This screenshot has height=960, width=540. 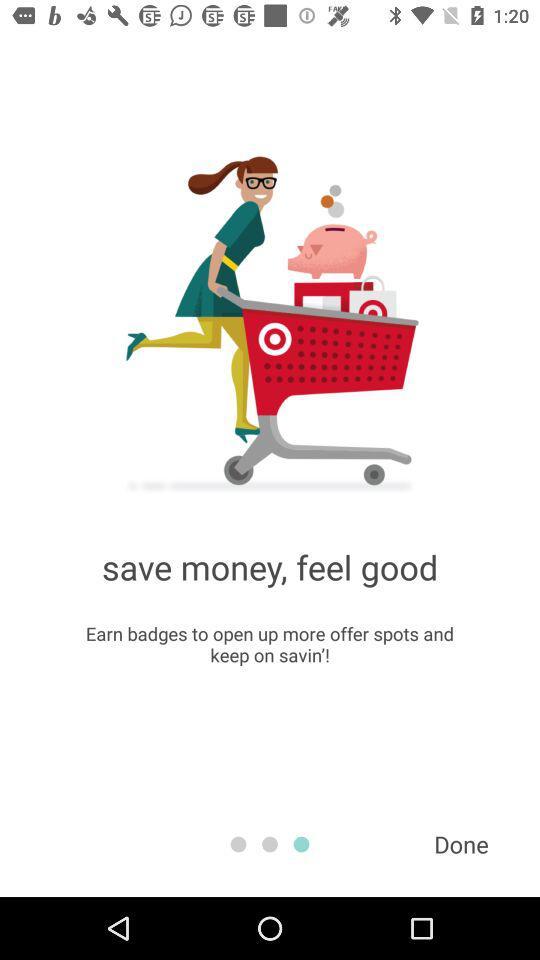 I want to click on the item at the bottom right corner, so click(x=461, y=843).